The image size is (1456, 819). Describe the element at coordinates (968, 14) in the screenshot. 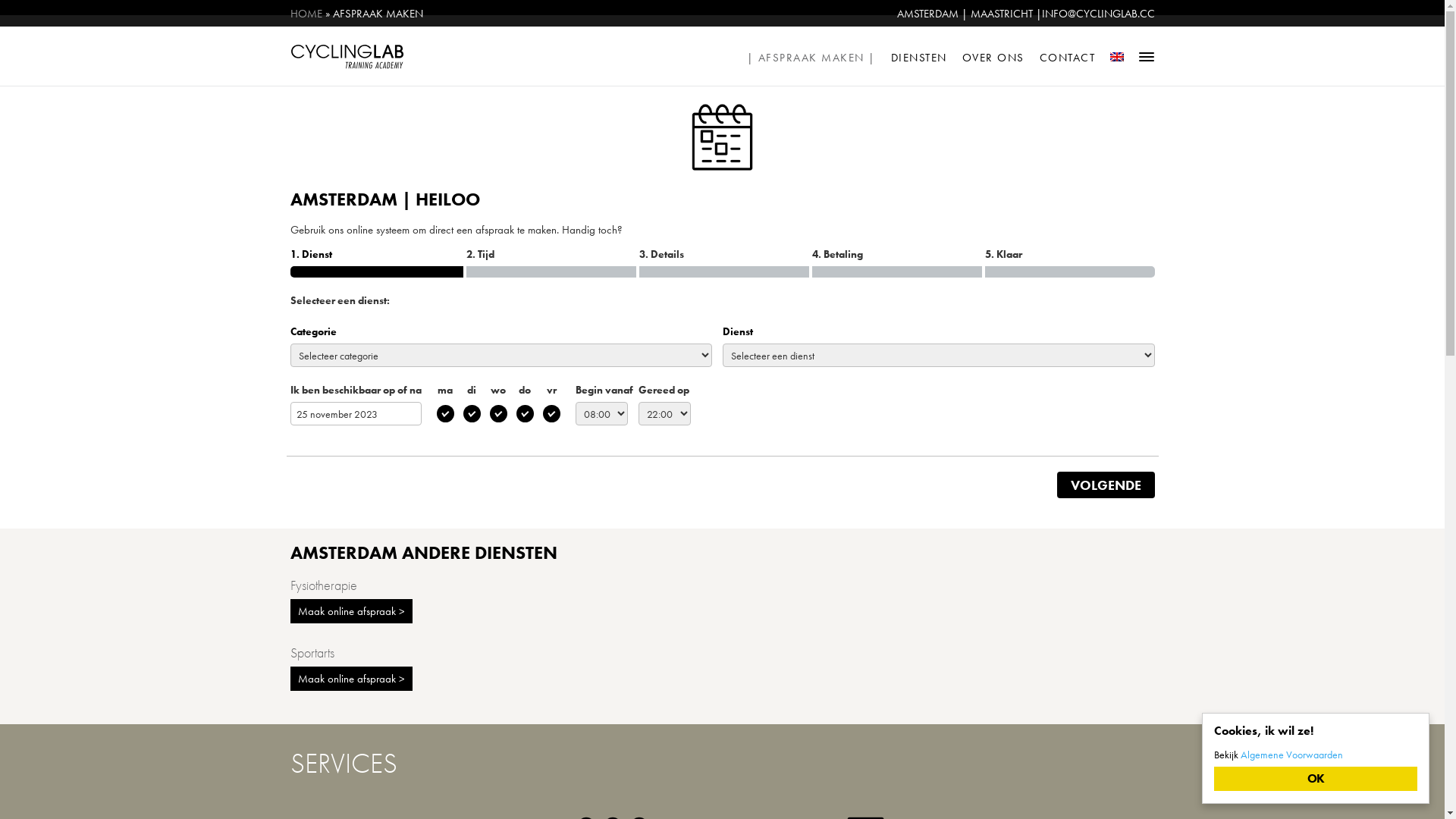

I see `'AMSTERDAM | MAASTRICHT |'` at that location.